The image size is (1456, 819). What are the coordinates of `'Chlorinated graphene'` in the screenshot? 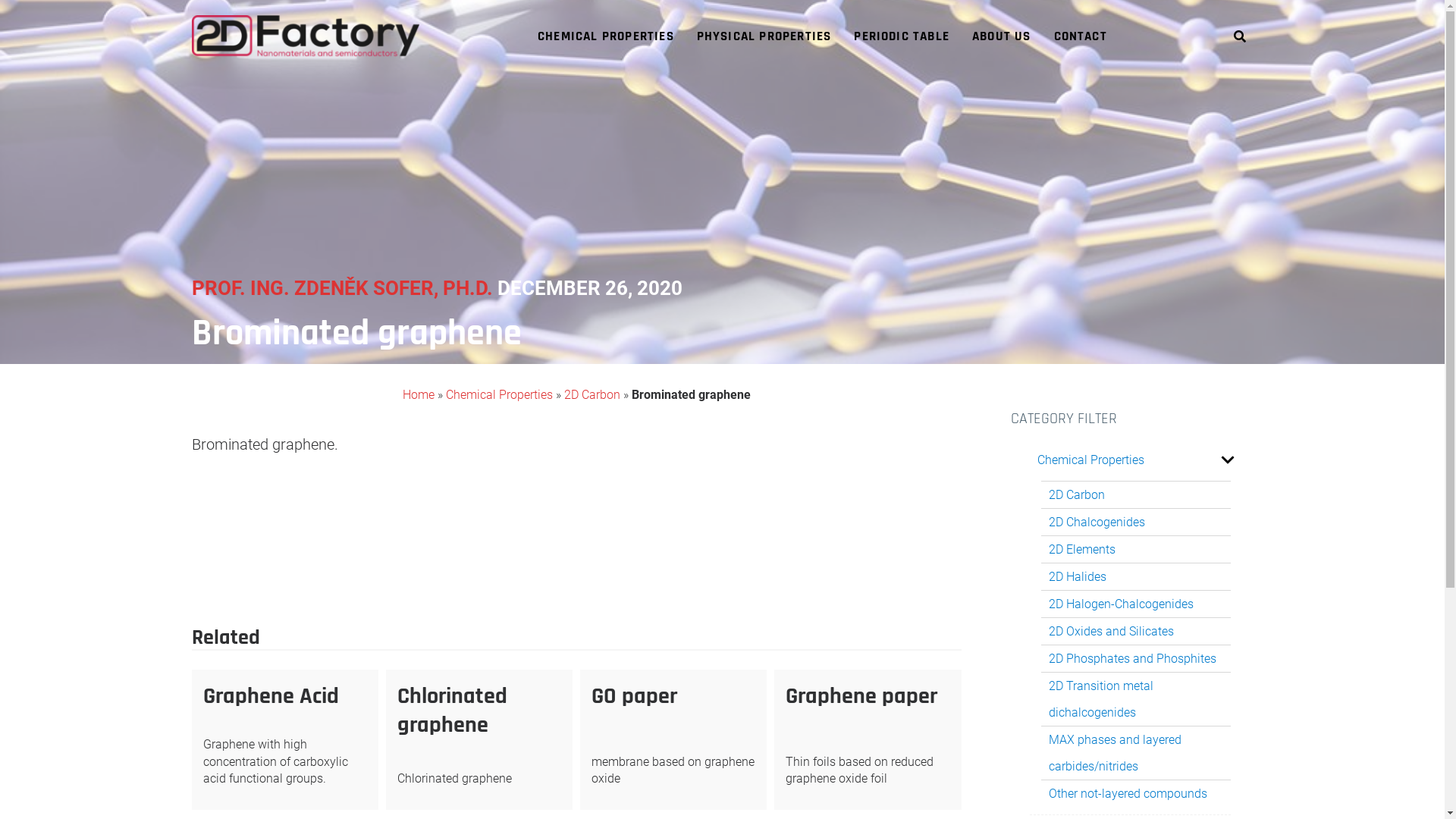 It's located at (265, 581).